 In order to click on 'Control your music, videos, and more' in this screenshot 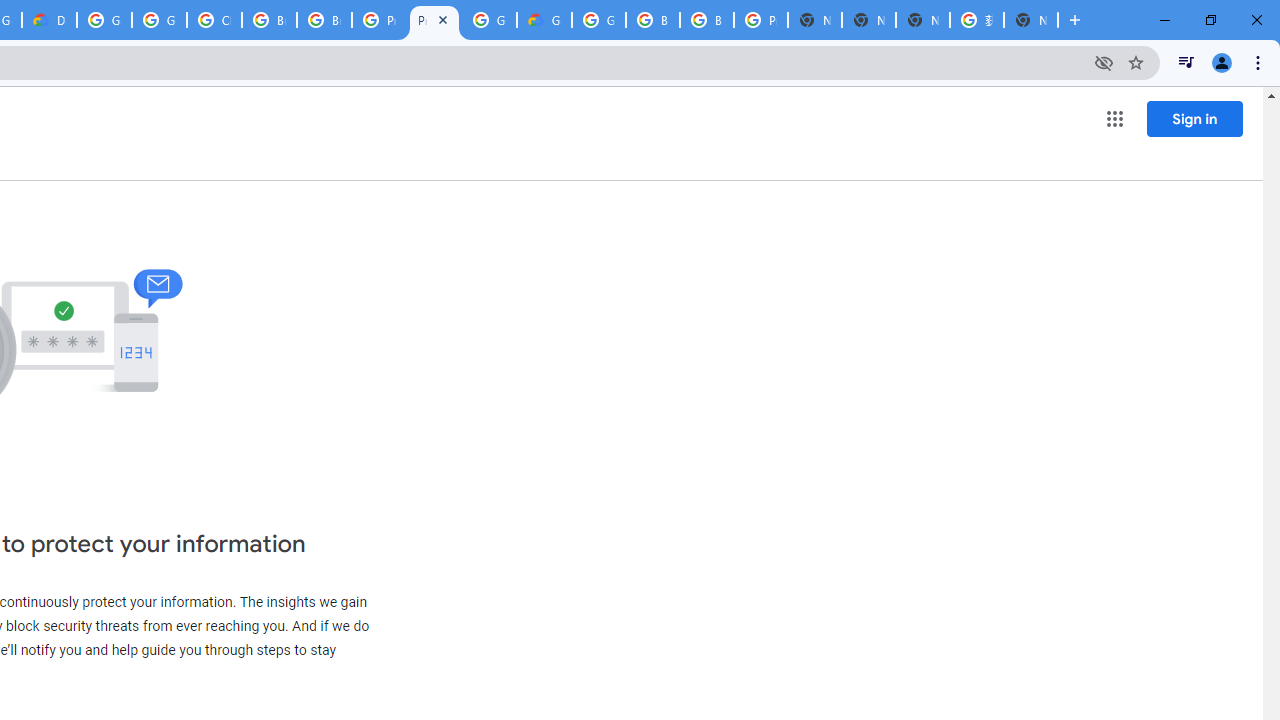, I will do `click(1185, 61)`.